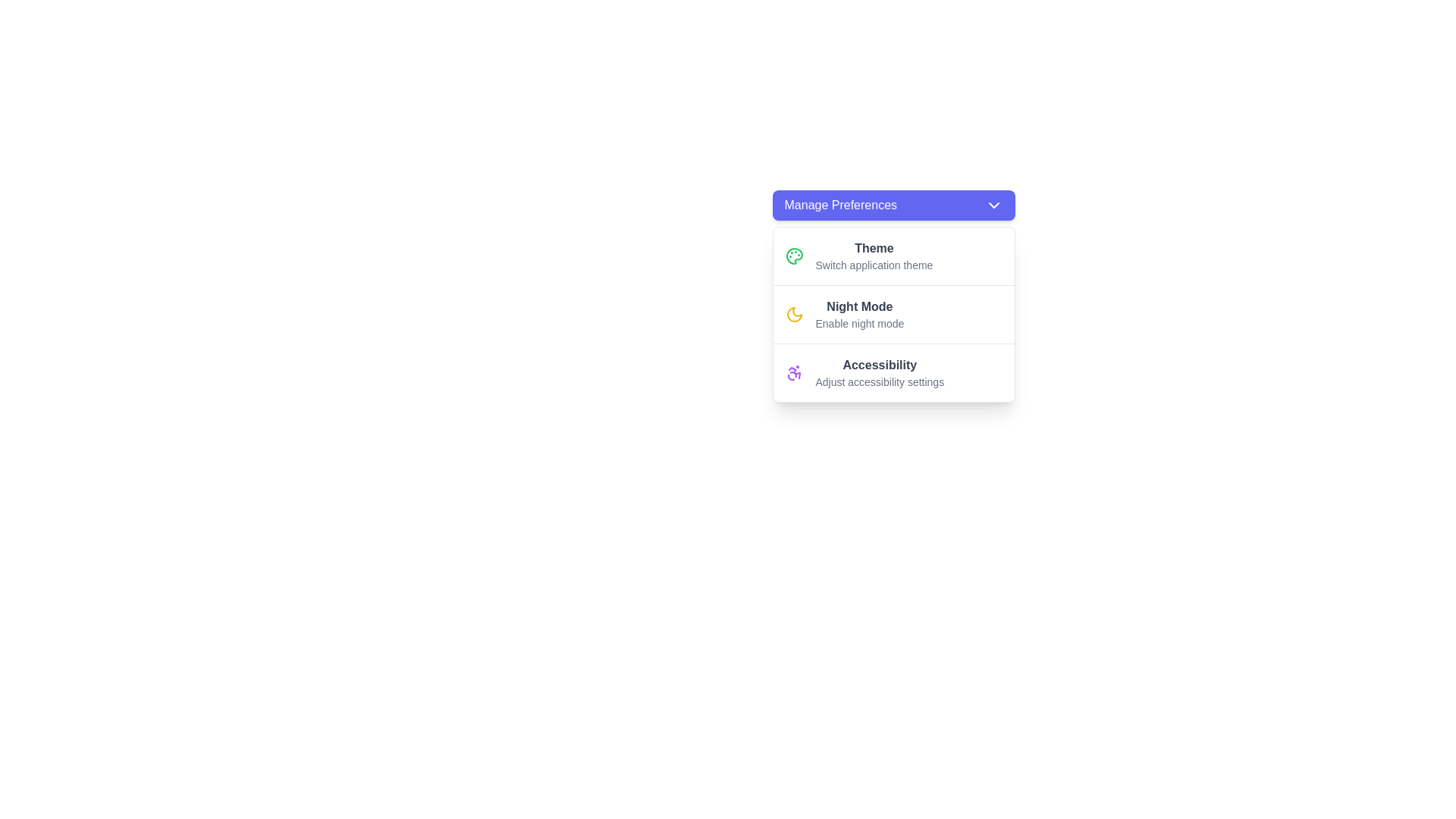 Image resolution: width=1456 pixels, height=819 pixels. What do you see at coordinates (793, 256) in the screenshot?
I see `the decorative icon next to the 'Theme' menu option in the 'Manage Preferences' dropdown` at bounding box center [793, 256].